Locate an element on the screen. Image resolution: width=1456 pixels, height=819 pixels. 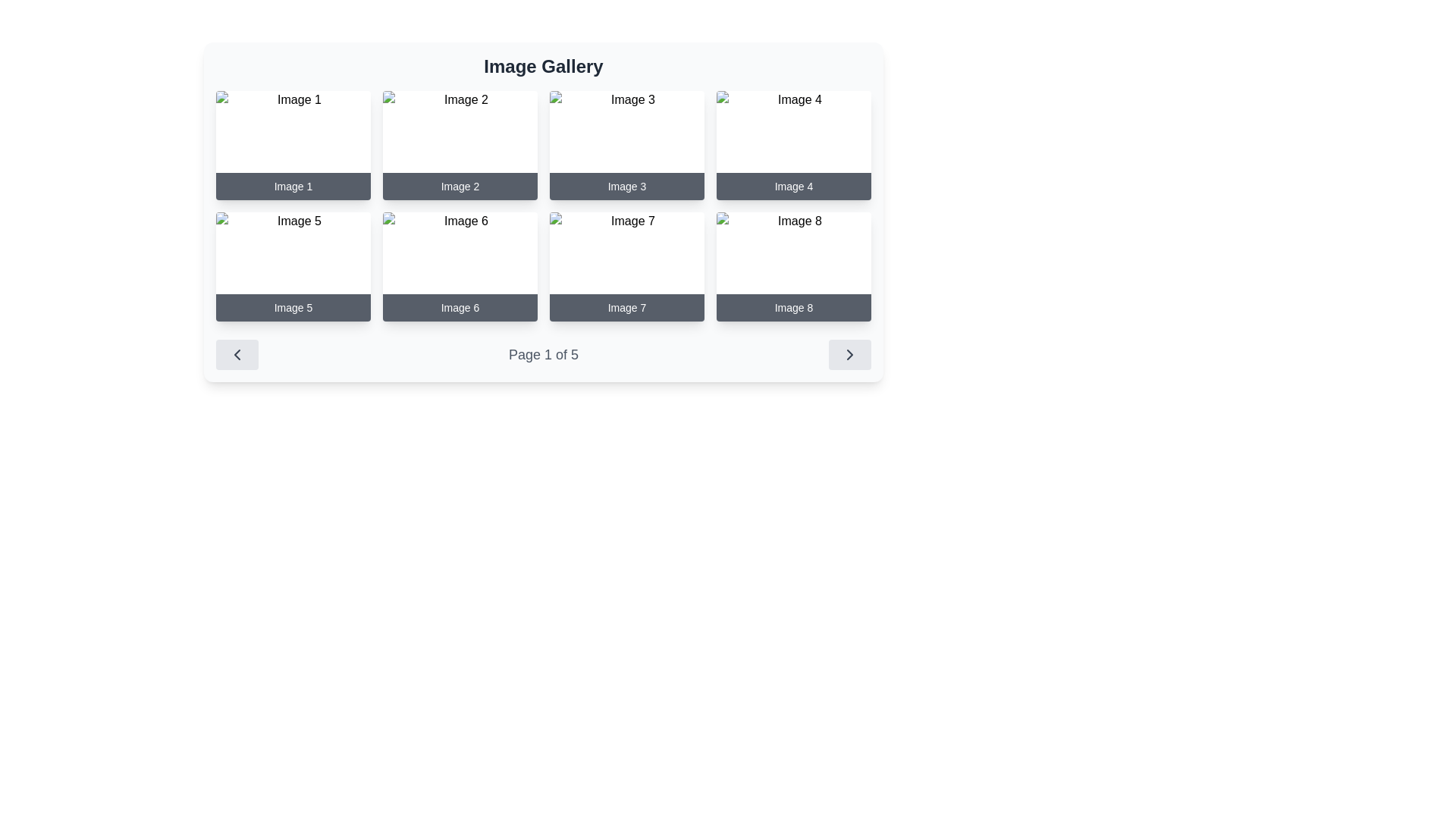
the text label 'Image 1' which is styled with a dark gray background and white text, located at the bottom center of the first card in the first row of the image grid to identify the associated image is located at coordinates (293, 186).